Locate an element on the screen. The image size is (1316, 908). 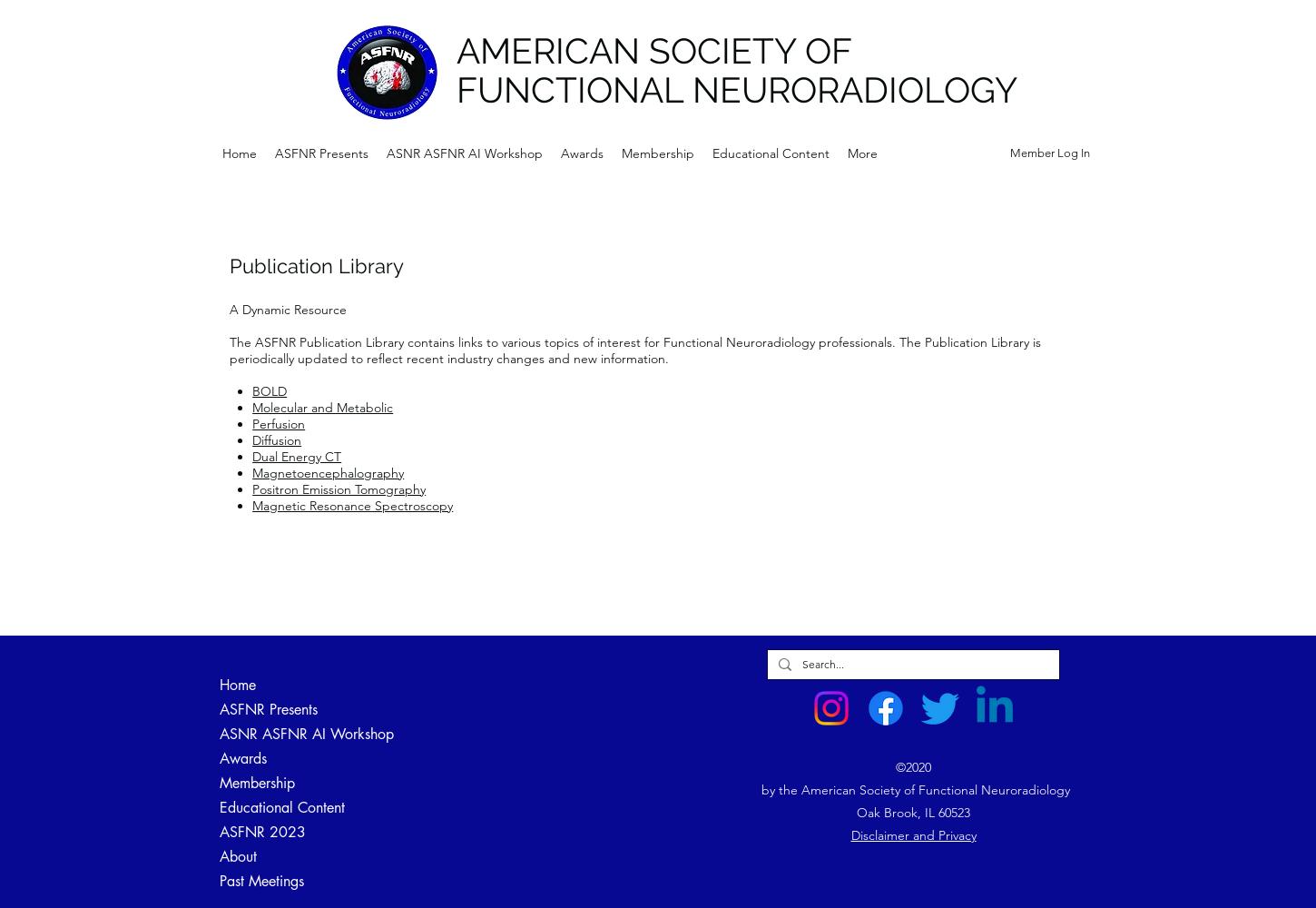
'Victor M. Haughton Honorary Lectures' is located at coordinates (587, 757).